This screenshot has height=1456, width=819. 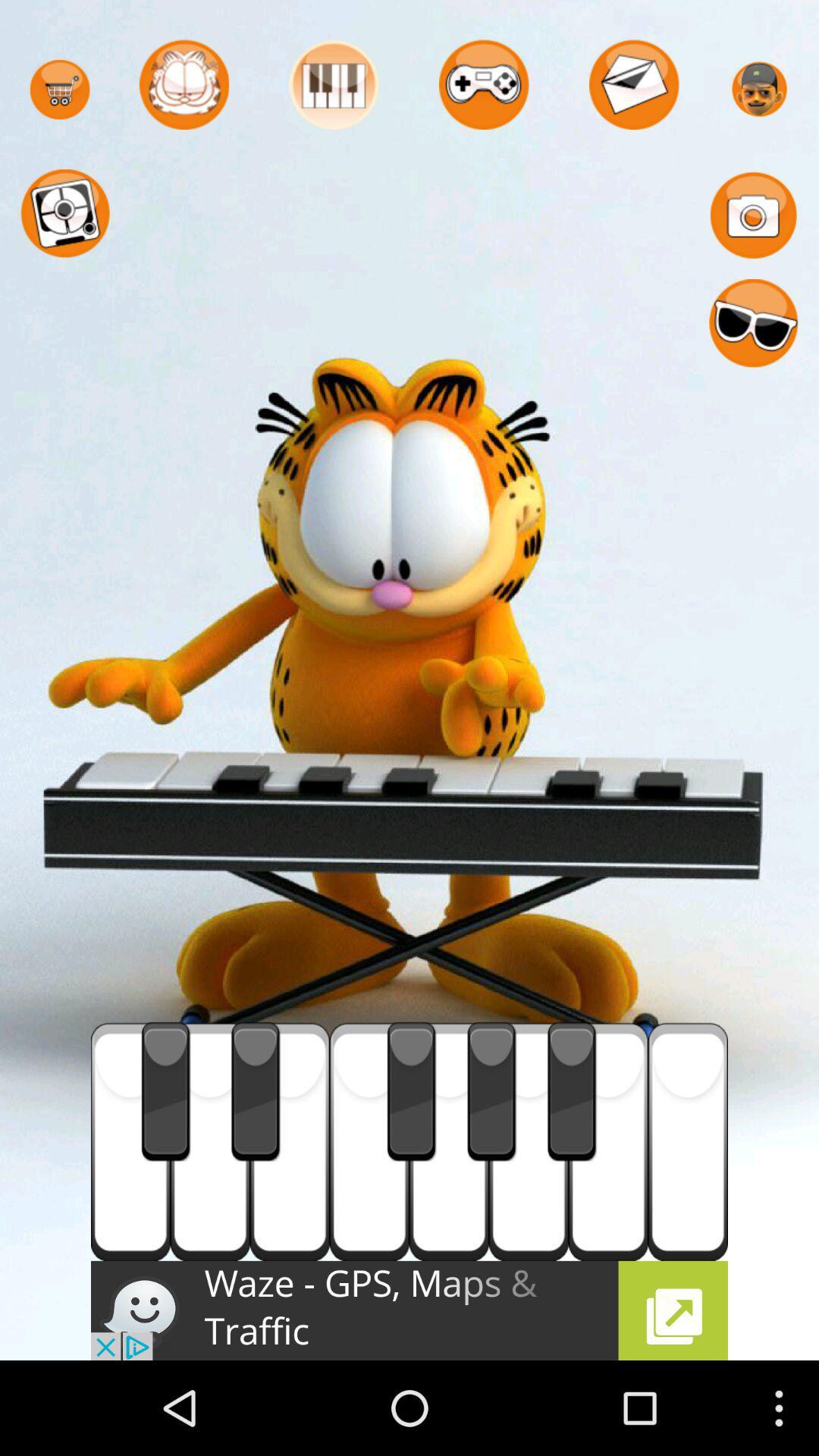 I want to click on the 6th note in the piano, so click(x=528, y=1141).